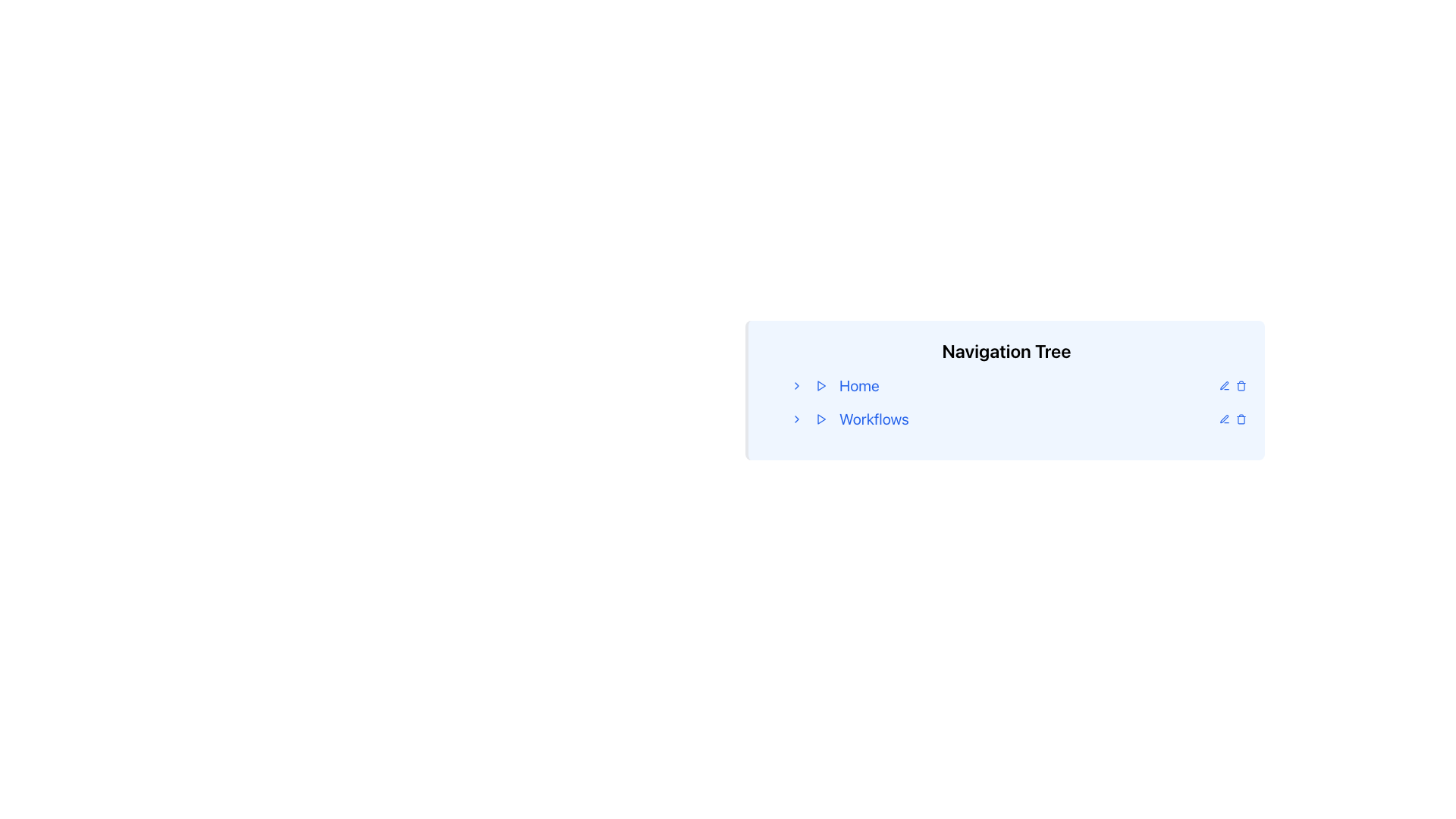 The image size is (1456, 819). What do you see at coordinates (858, 385) in the screenshot?
I see `the 'Home' text element, which is styled in blue and underlined on hover` at bounding box center [858, 385].